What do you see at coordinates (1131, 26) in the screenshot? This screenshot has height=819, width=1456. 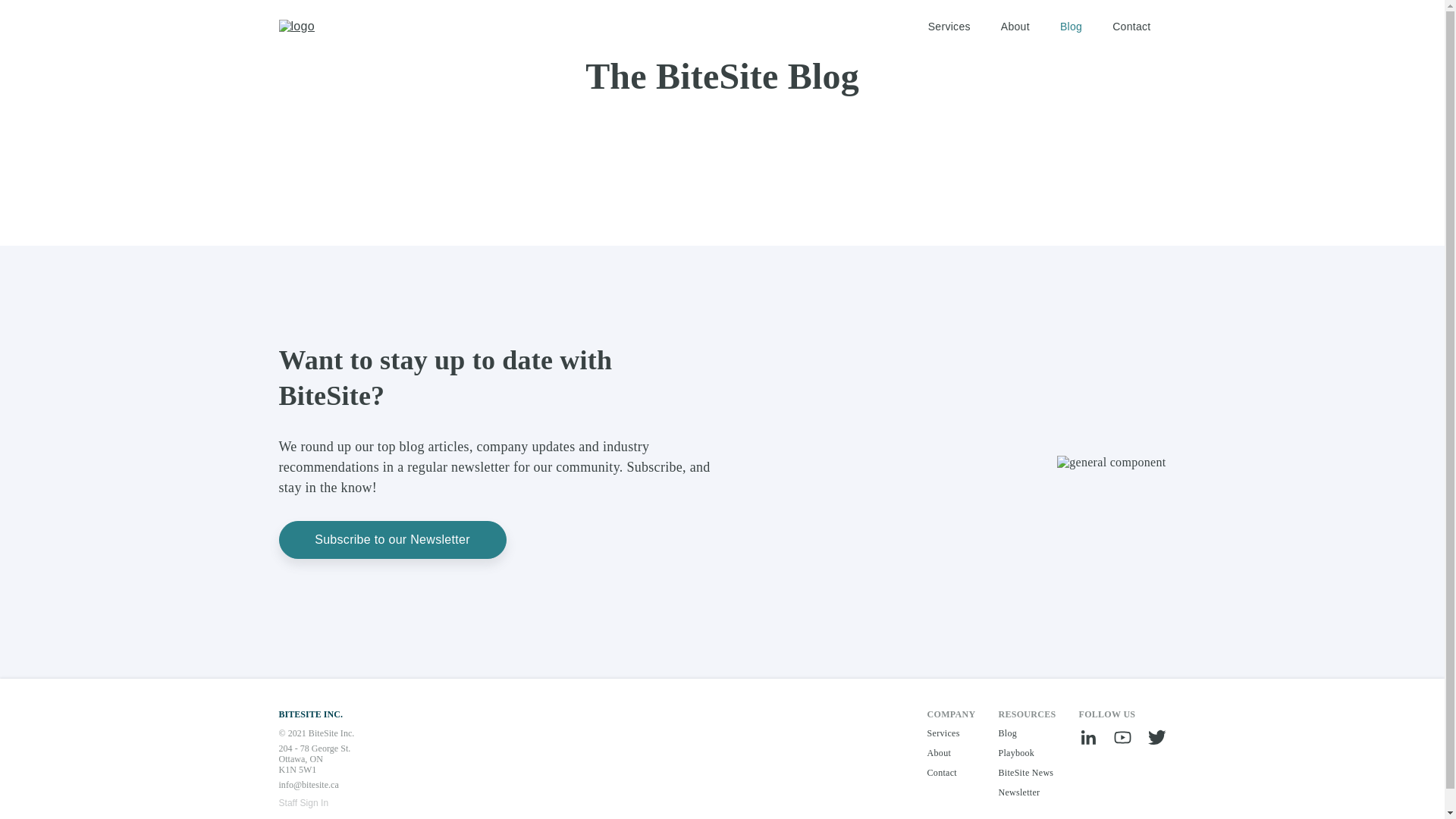 I see `'Contact'` at bounding box center [1131, 26].